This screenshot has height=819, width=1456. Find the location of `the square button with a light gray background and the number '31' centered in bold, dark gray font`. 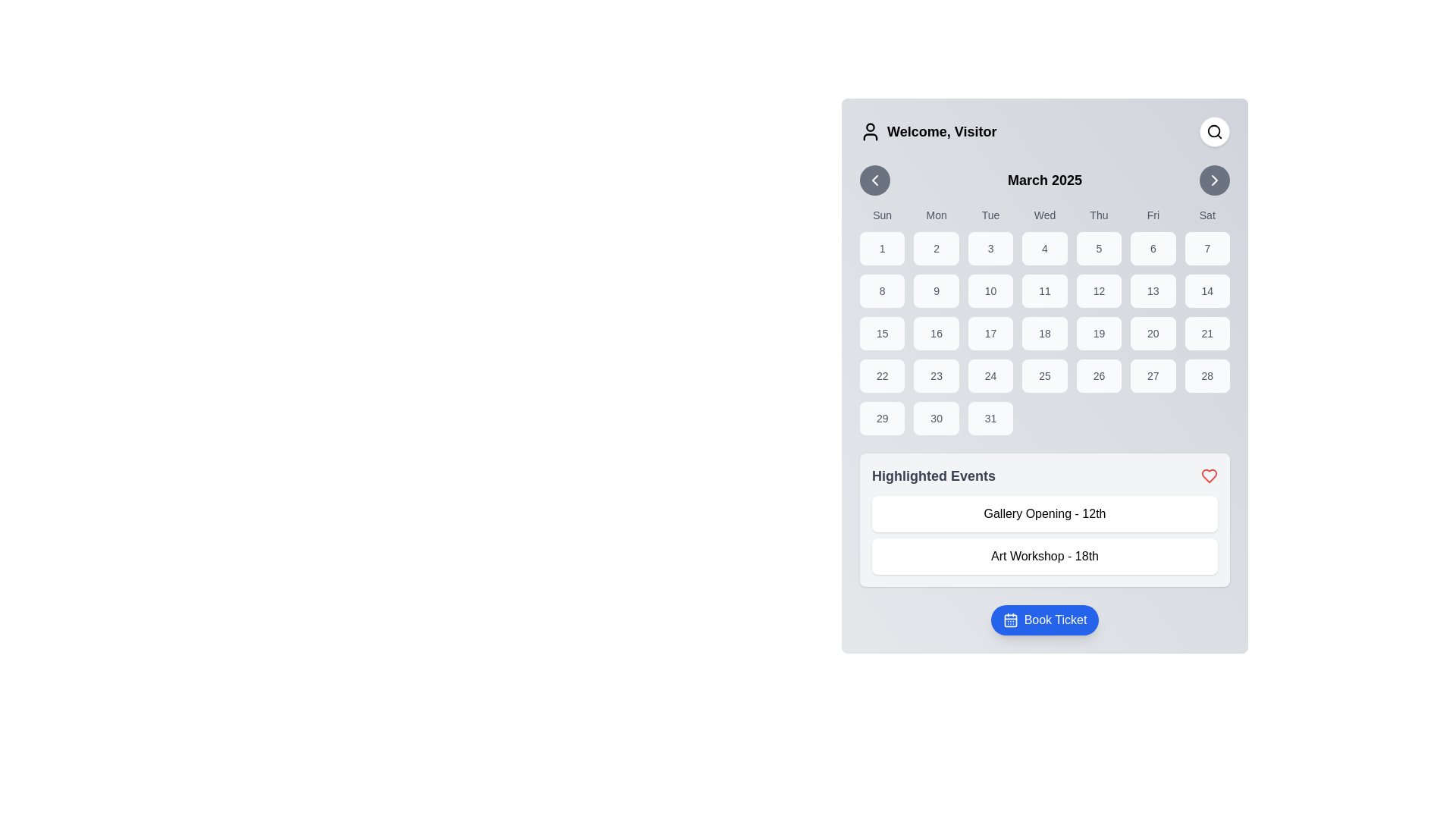

the square button with a light gray background and the number '31' centered in bold, dark gray font is located at coordinates (990, 418).